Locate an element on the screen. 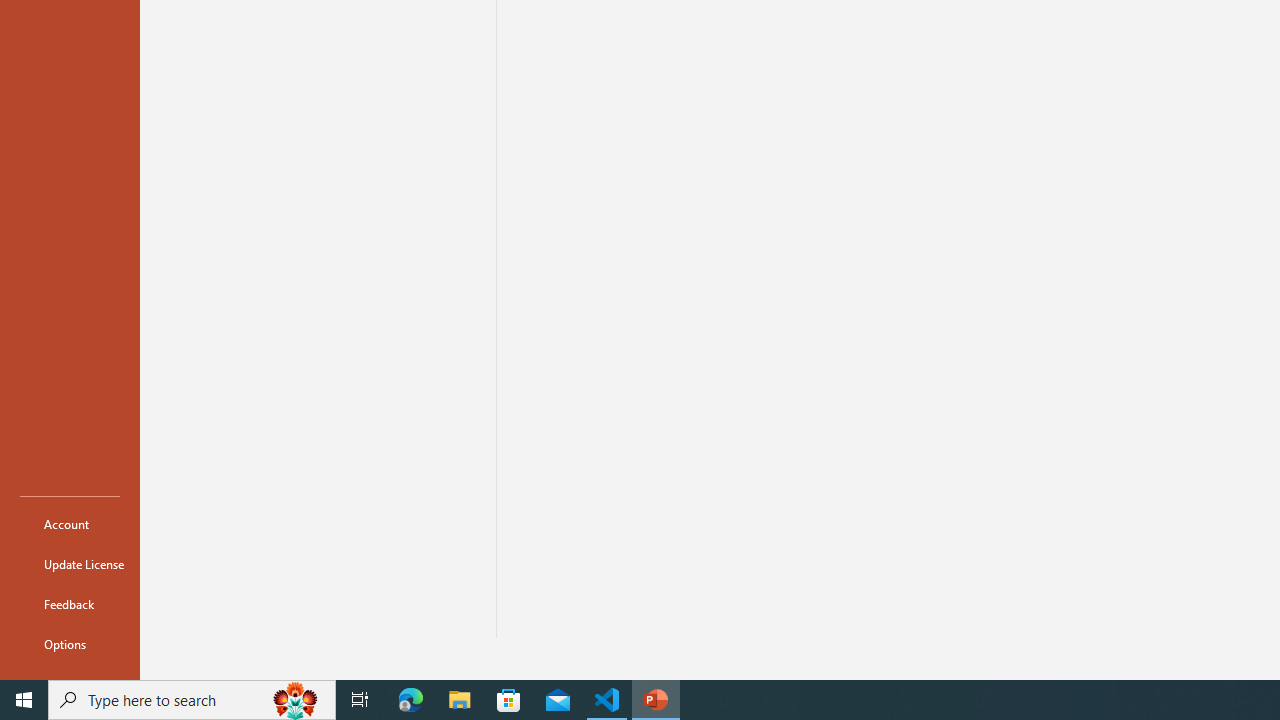 Image resolution: width=1280 pixels, height=720 pixels. 'Options' is located at coordinates (69, 644).